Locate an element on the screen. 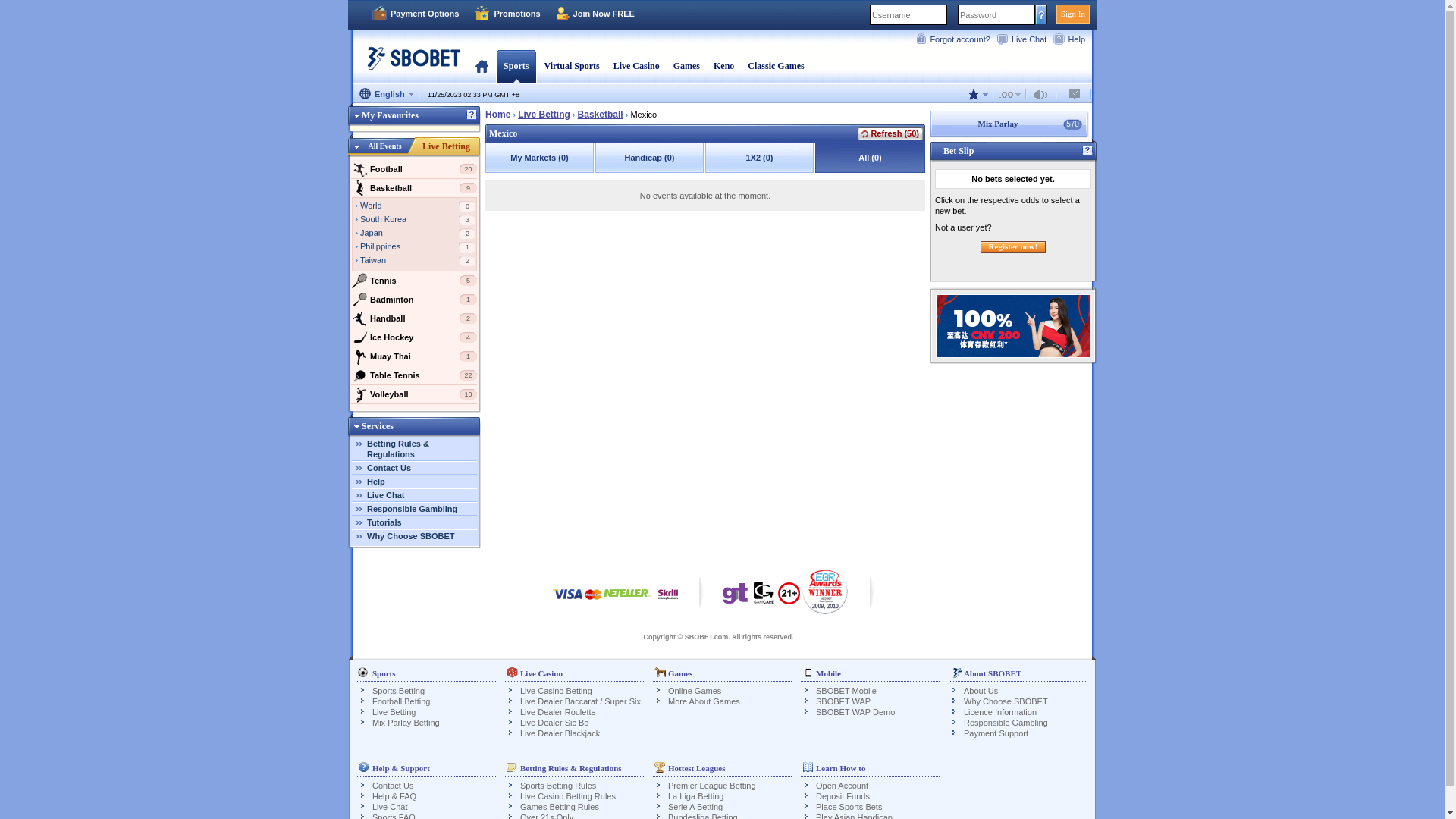 The width and height of the screenshot is (1456, 819). 'Unavailable option' is located at coordinates (1010, 94).